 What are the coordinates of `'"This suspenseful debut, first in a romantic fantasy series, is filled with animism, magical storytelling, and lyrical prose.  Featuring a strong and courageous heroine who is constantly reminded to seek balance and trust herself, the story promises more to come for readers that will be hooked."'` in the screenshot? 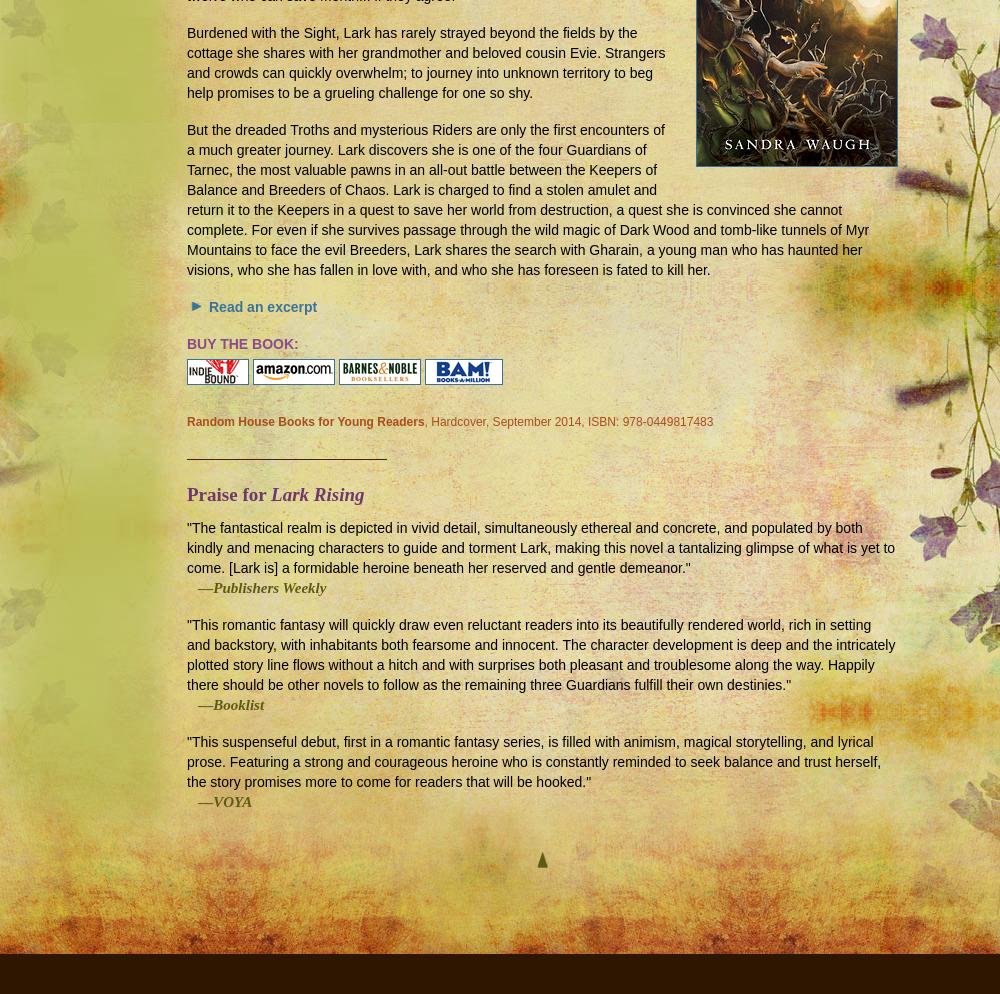 It's located at (534, 761).